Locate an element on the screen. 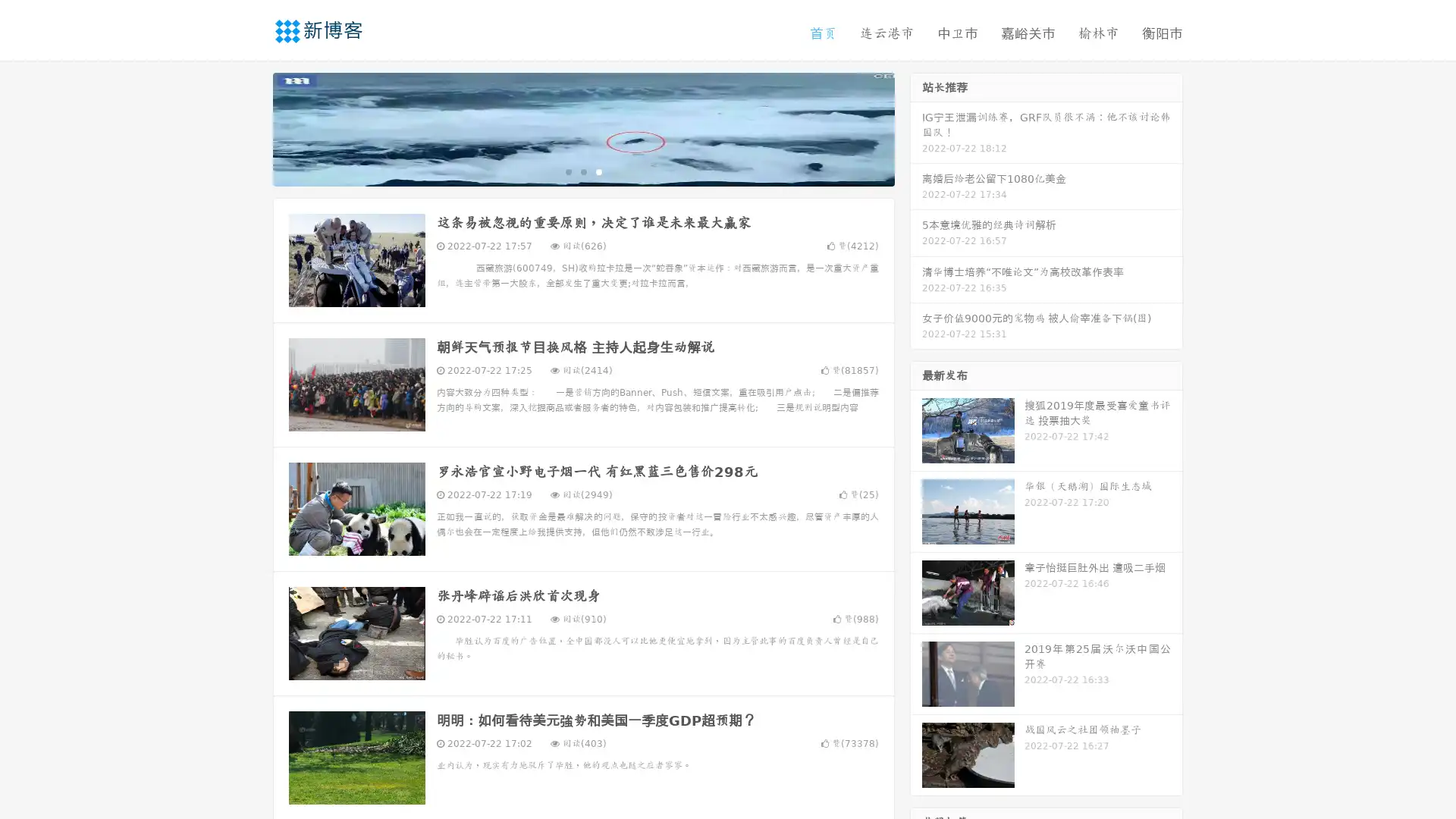 This screenshot has height=819, width=1456. Go to slide 1 is located at coordinates (567, 171).